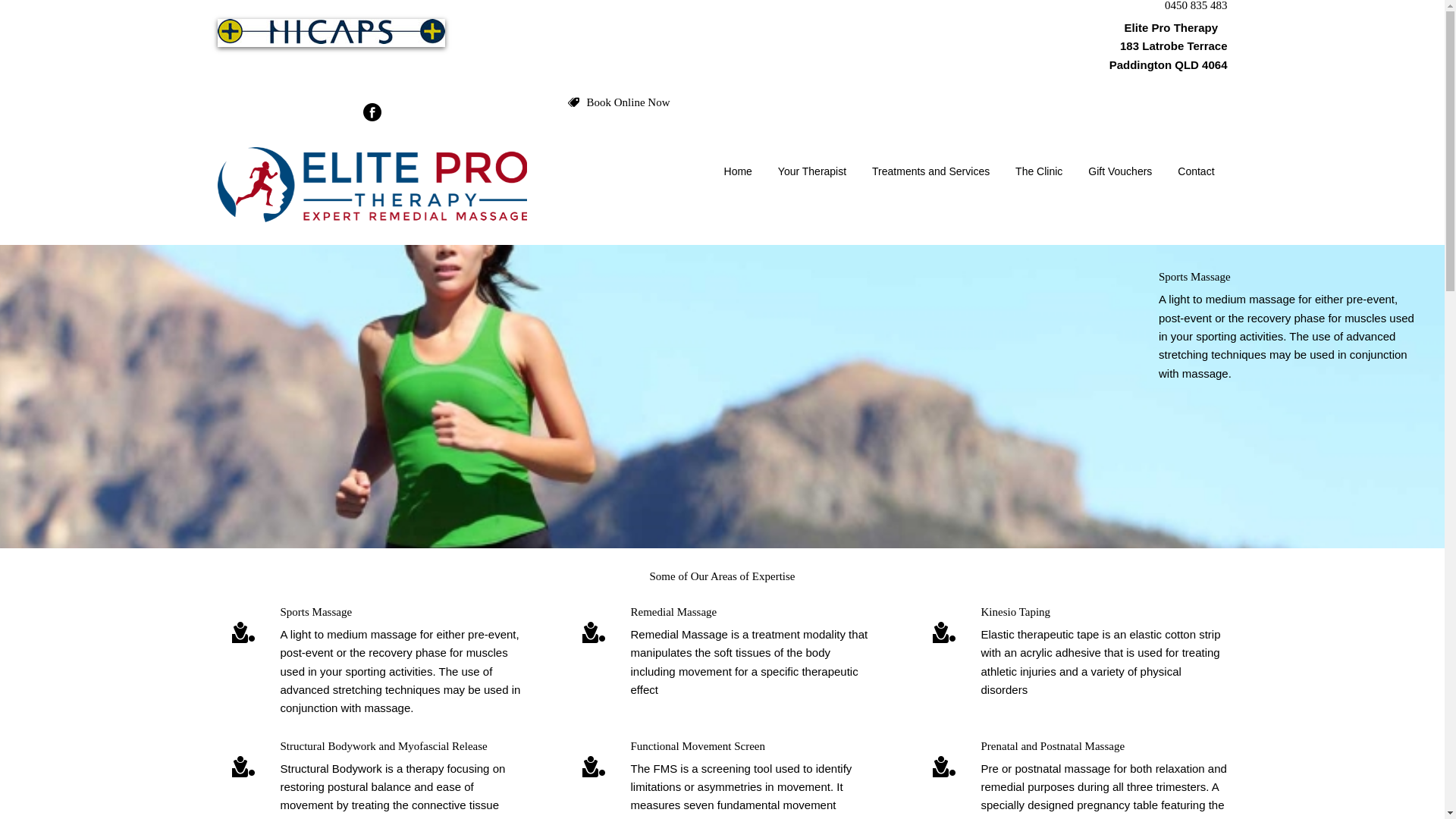 This screenshot has width=1456, height=819. I want to click on 'Home', so click(738, 171).